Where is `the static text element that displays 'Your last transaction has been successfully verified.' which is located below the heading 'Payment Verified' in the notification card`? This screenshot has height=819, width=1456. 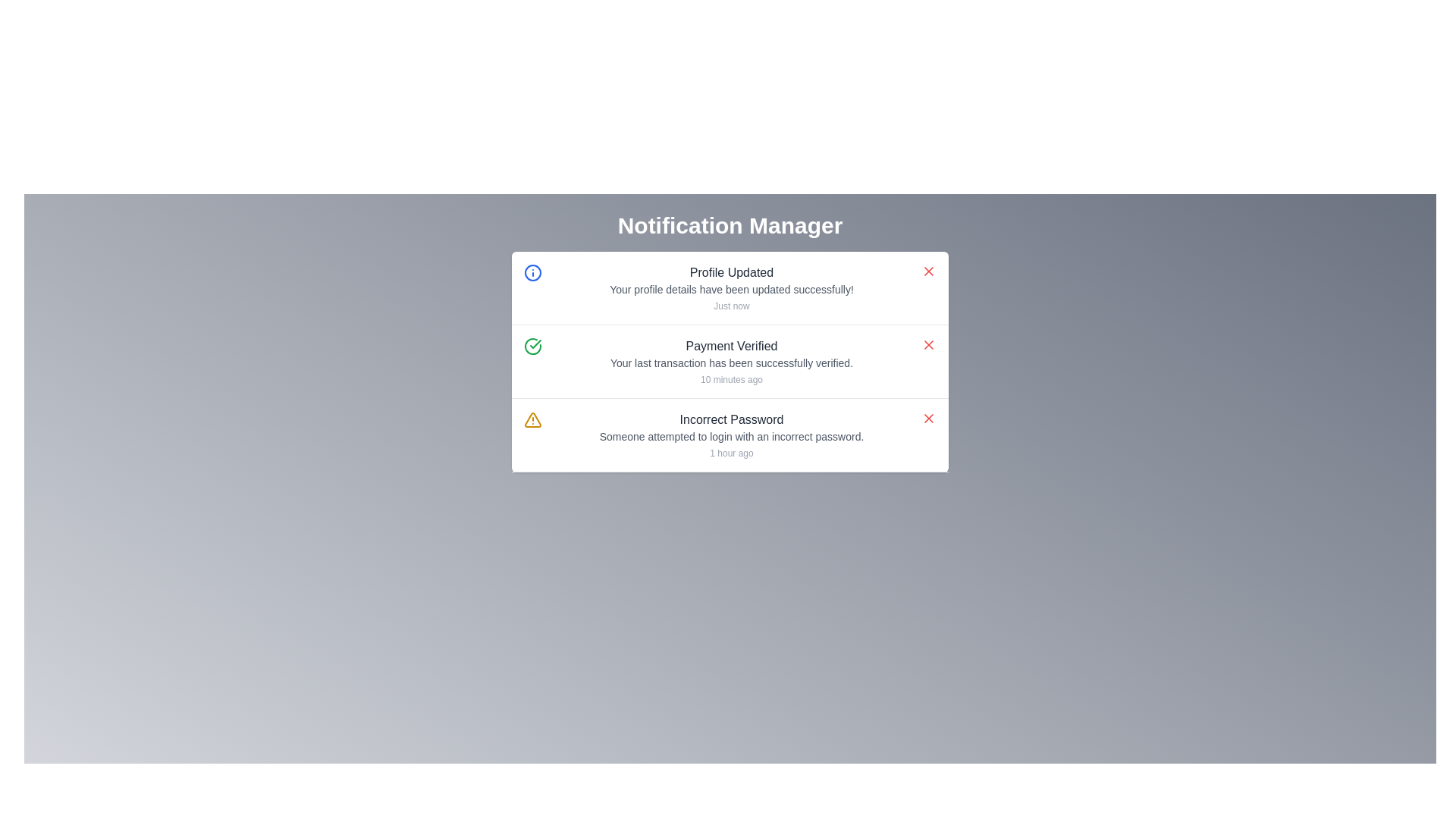
the static text element that displays 'Your last transaction has been successfully verified.' which is located below the heading 'Payment Verified' in the notification card is located at coordinates (731, 362).